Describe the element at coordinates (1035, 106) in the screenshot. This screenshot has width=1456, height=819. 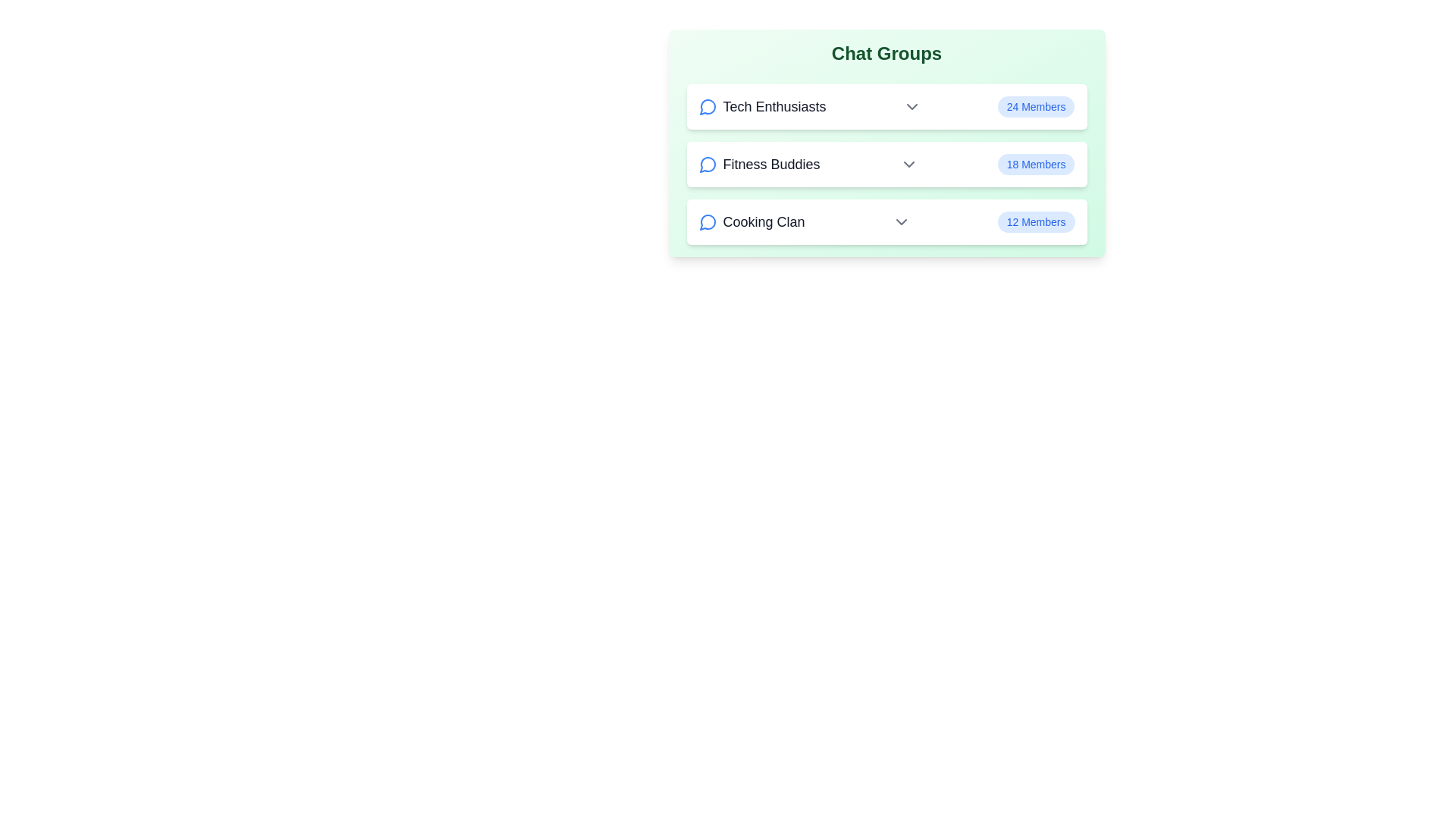
I see `the member count badge for the group 'Tech Enthusiasts'` at that location.